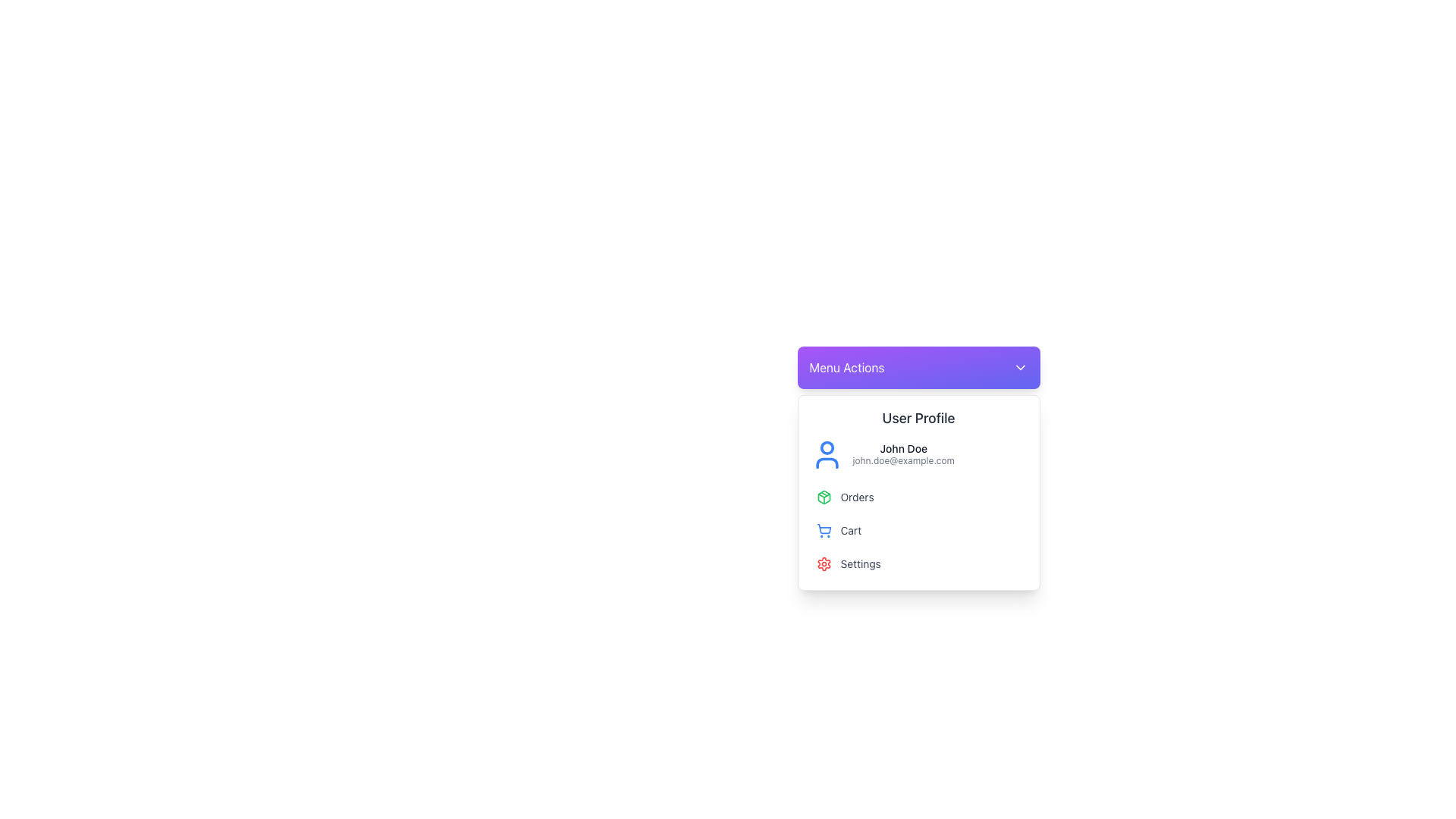  What do you see at coordinates (918, 564) in the screenshot?
I see `the 'Settings' button, which is a red gear icon followed by the text 'Settings', located at the bottom of the user profile dropdown menu to trigger a visual hover effect` at bounding box center [918, 564].